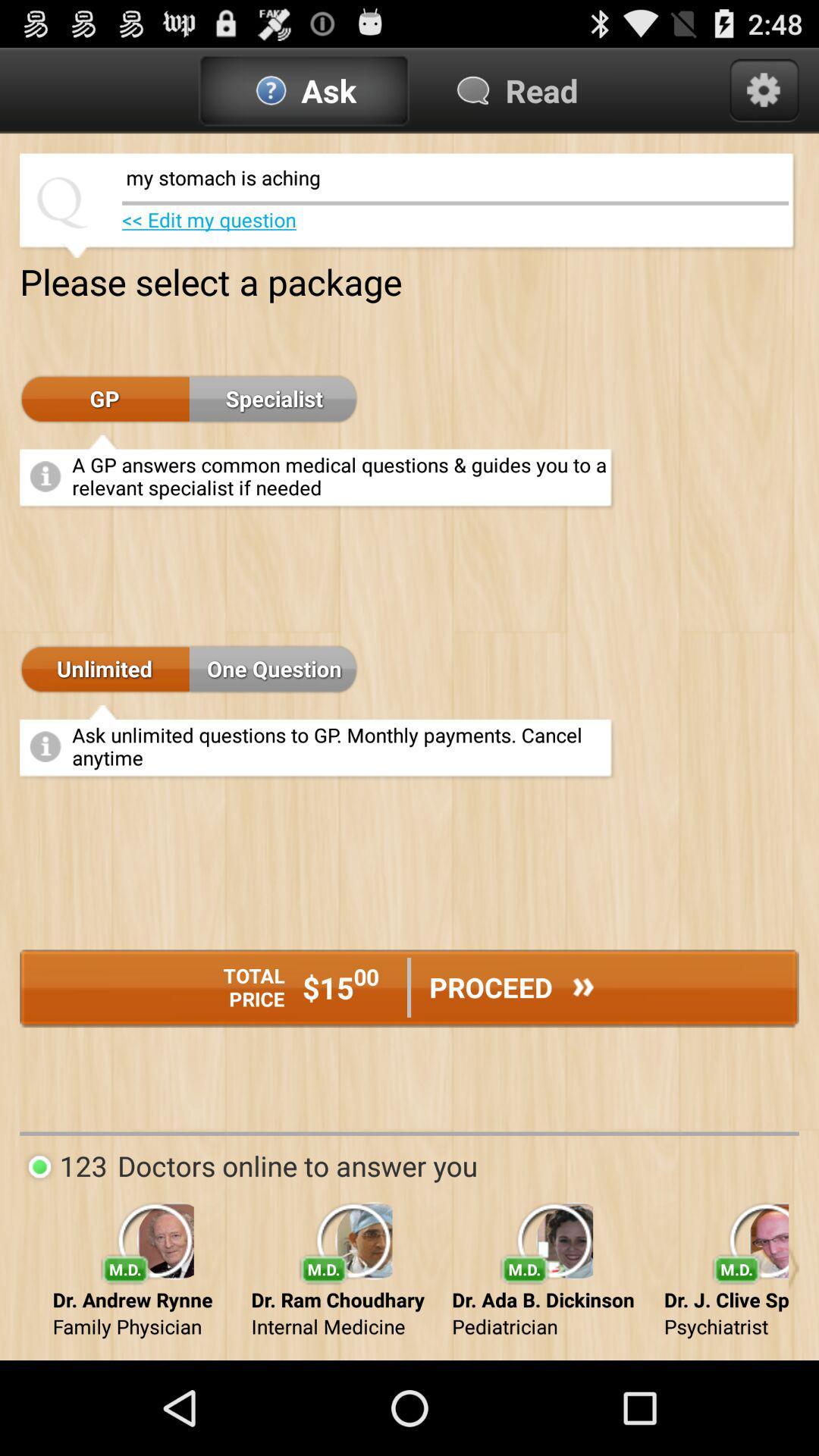 The image size is (819, 1456). Describe the element at coordinates (274, 669) in the screenshot. I see `one question item` at that location.